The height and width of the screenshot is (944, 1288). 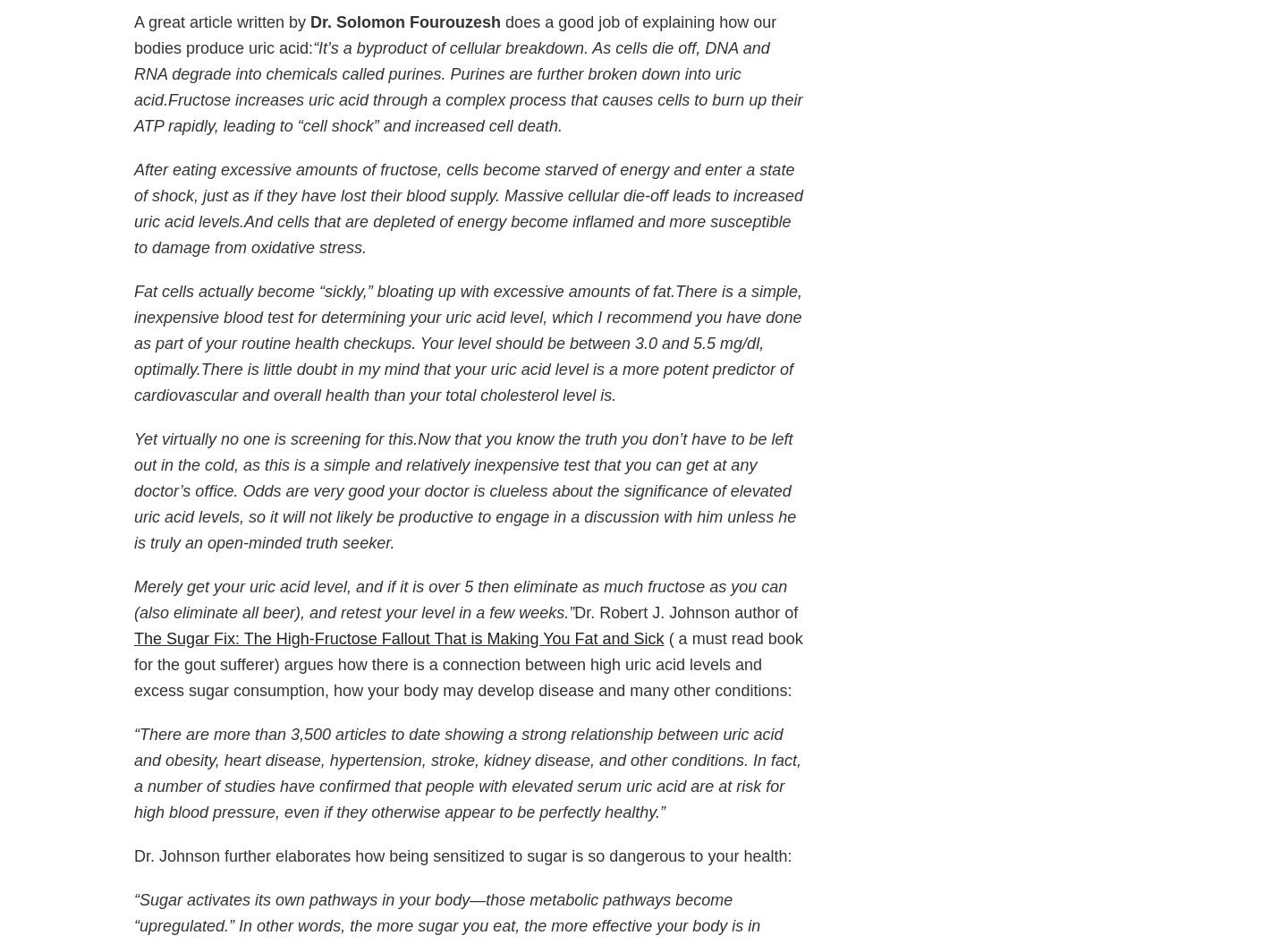 I want to click on 'does a good job of explaining how our bodies produce uric acid:', so click(x=454, y=35).